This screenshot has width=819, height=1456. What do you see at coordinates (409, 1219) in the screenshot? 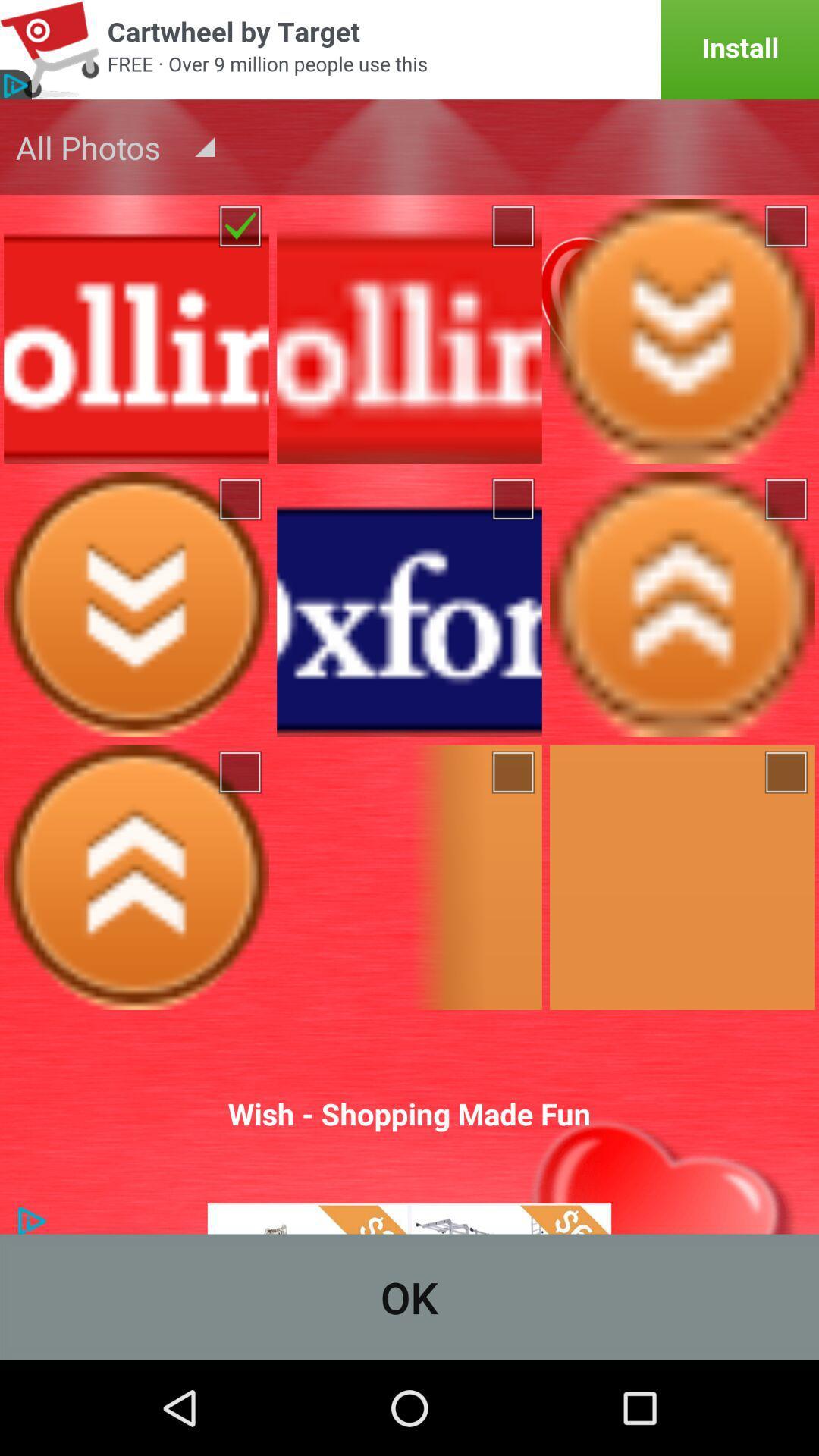
I see `sharp logo` at bounding box center [409, 1219].